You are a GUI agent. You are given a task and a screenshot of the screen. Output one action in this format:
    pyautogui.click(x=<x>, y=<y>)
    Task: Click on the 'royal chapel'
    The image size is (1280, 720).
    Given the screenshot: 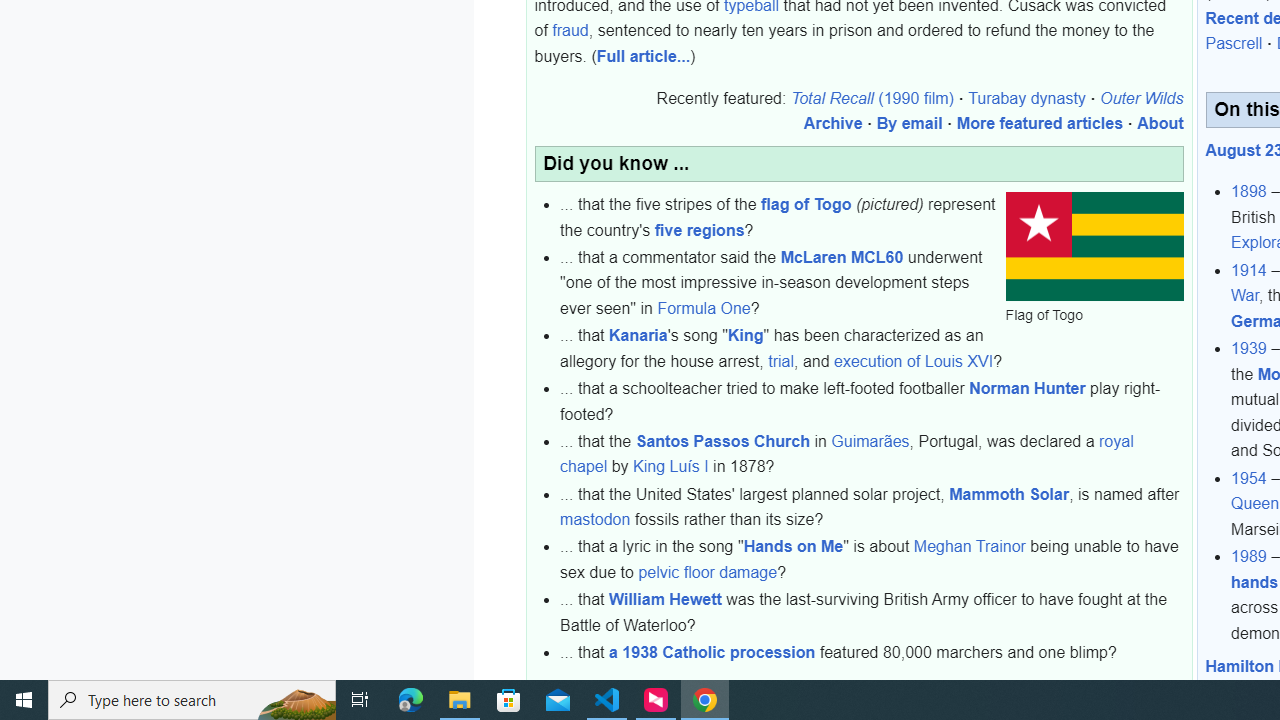 What is the action you would take?
    pyautogui.click(x=847, y=453)
    